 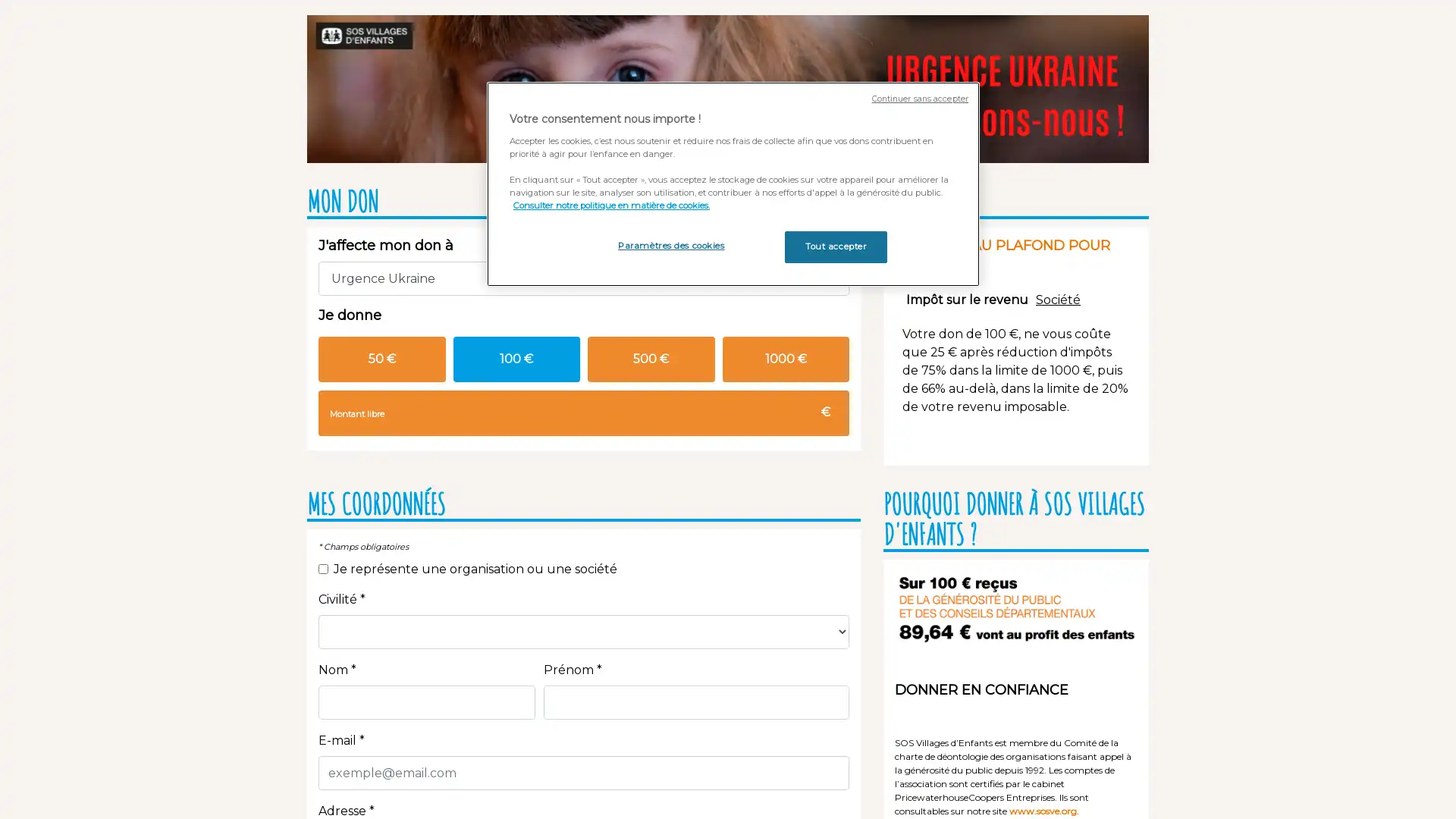 What do you see at coordinates (835, 245) in the screenshot?
I see `Tout accepter` at bounding box center [835, 245].